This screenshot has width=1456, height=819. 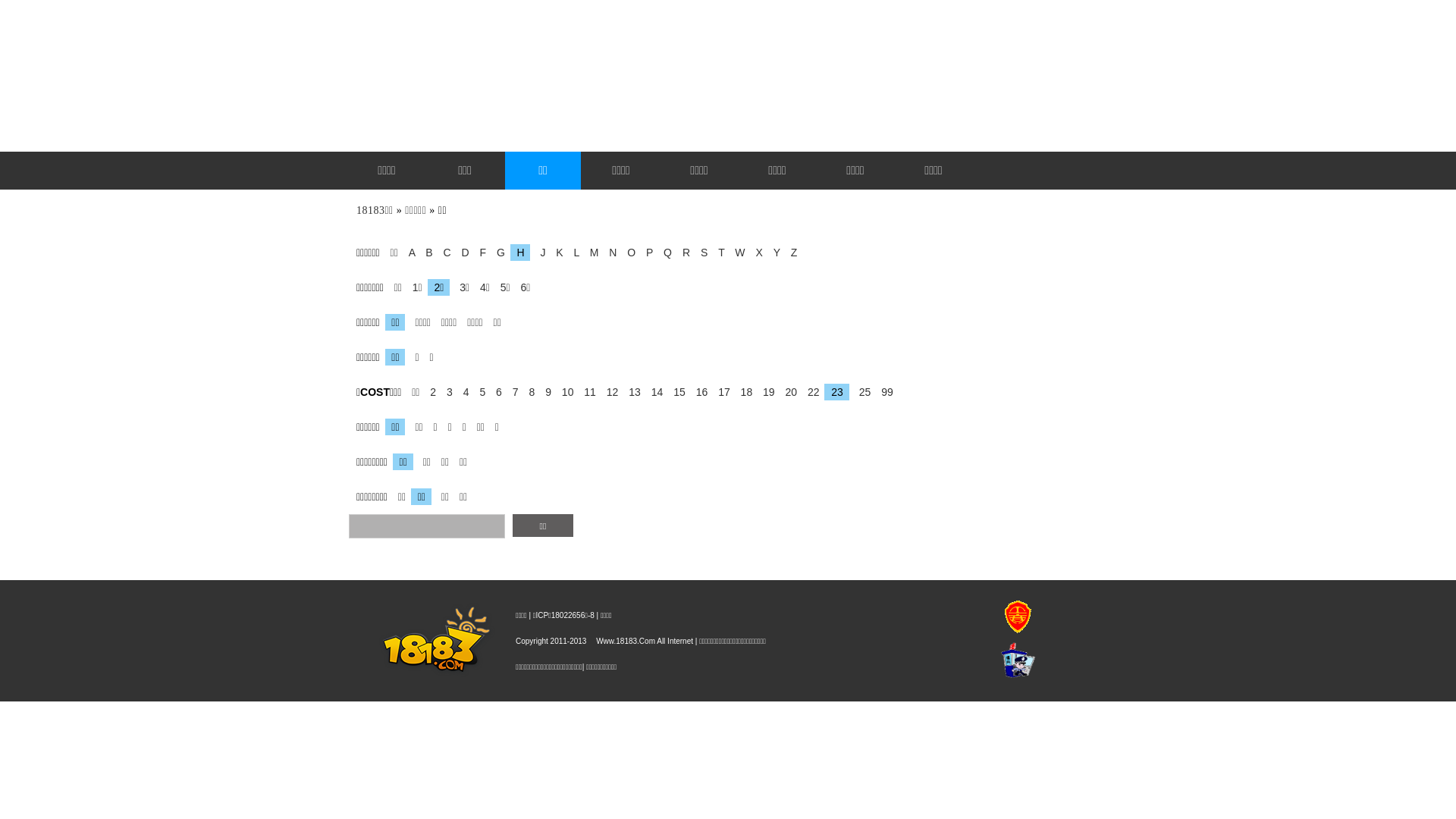 What do you see at coordinates (799, 391) in the screenshot?
I see `'22'` at bounding box center [799, 391].